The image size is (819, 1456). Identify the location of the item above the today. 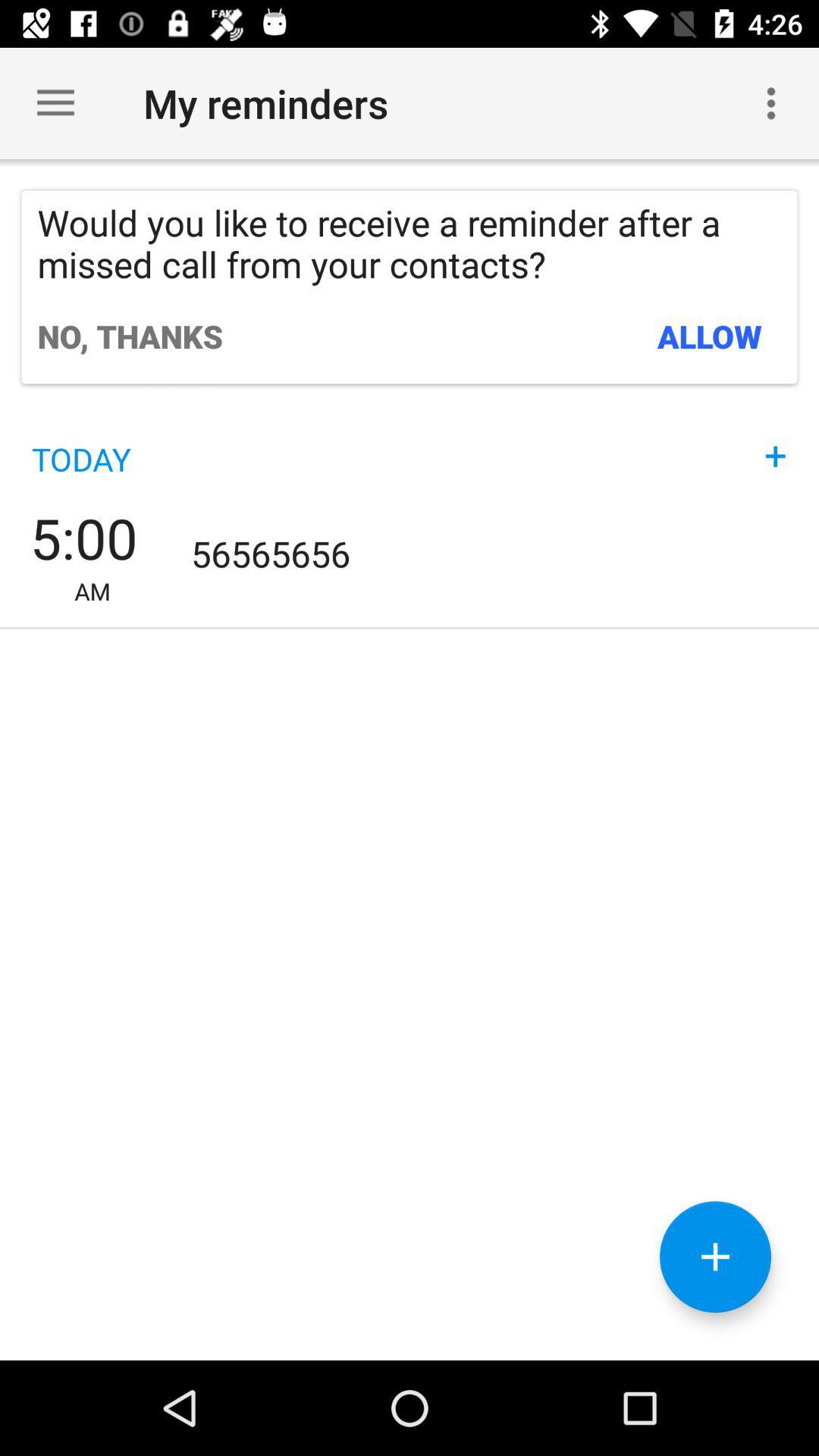
(129, 335).